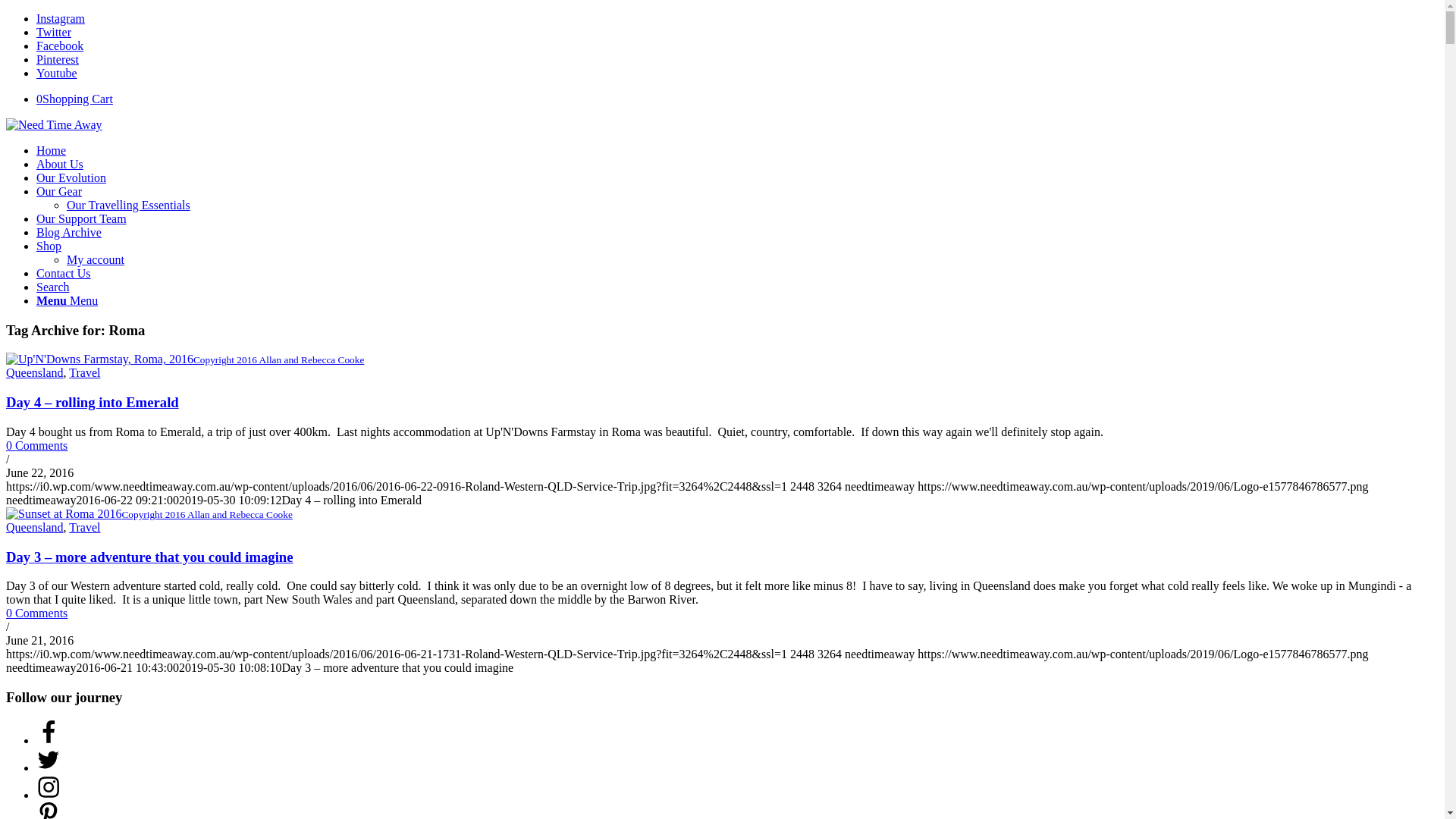  Describe the element at coordinates (184, 359) in the screenshot. I see `'Copyright 2016 Allan and Rebecca Cooke'` at that location.